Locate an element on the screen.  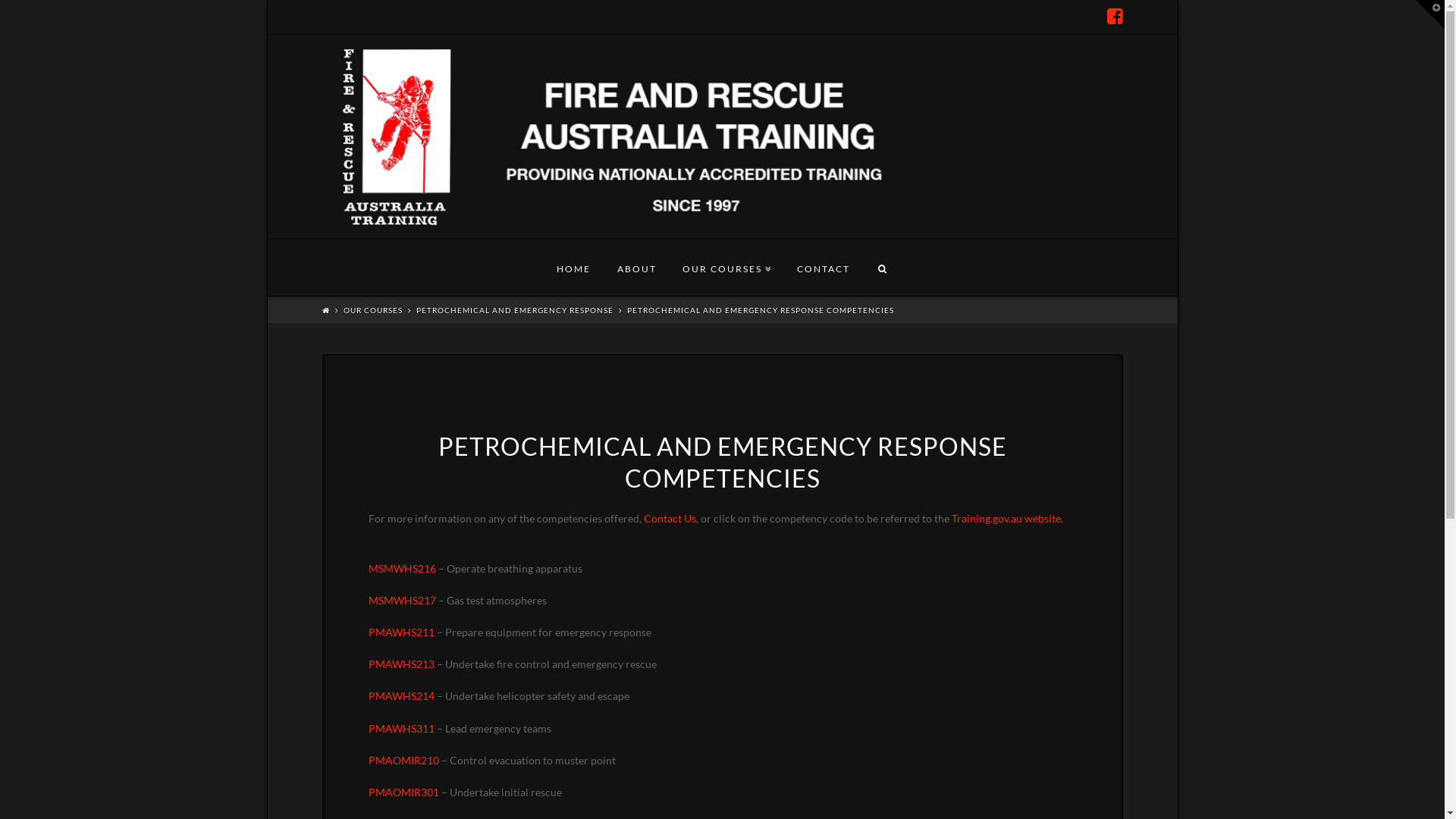
'PMAWHS311' is located at coordinates (368, 727).